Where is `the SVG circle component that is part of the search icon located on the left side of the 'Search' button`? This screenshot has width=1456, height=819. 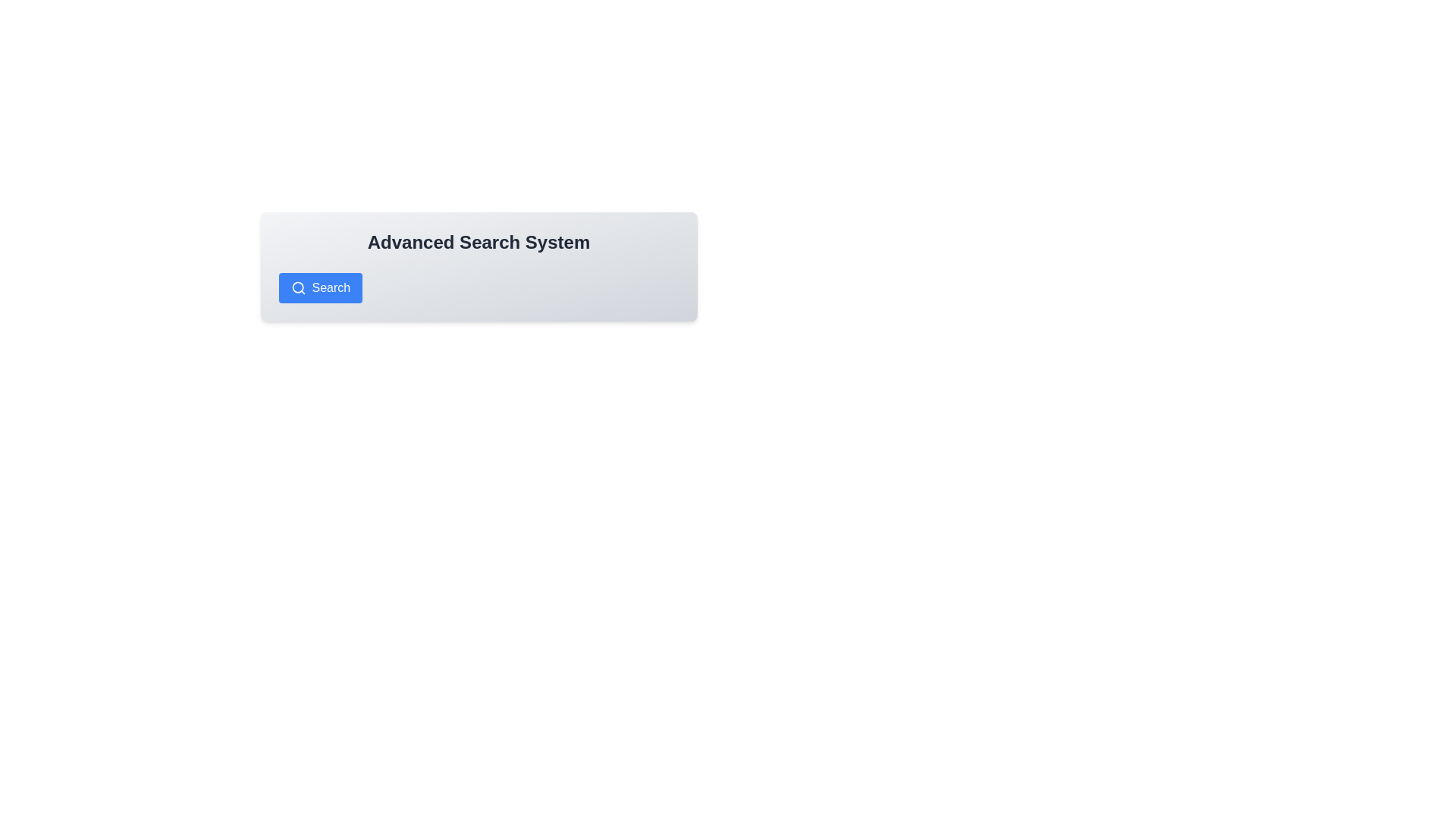
the SVG circle component that is part of the search icon located on the left side of the 'Search' button is located at coordinates (297, 287).